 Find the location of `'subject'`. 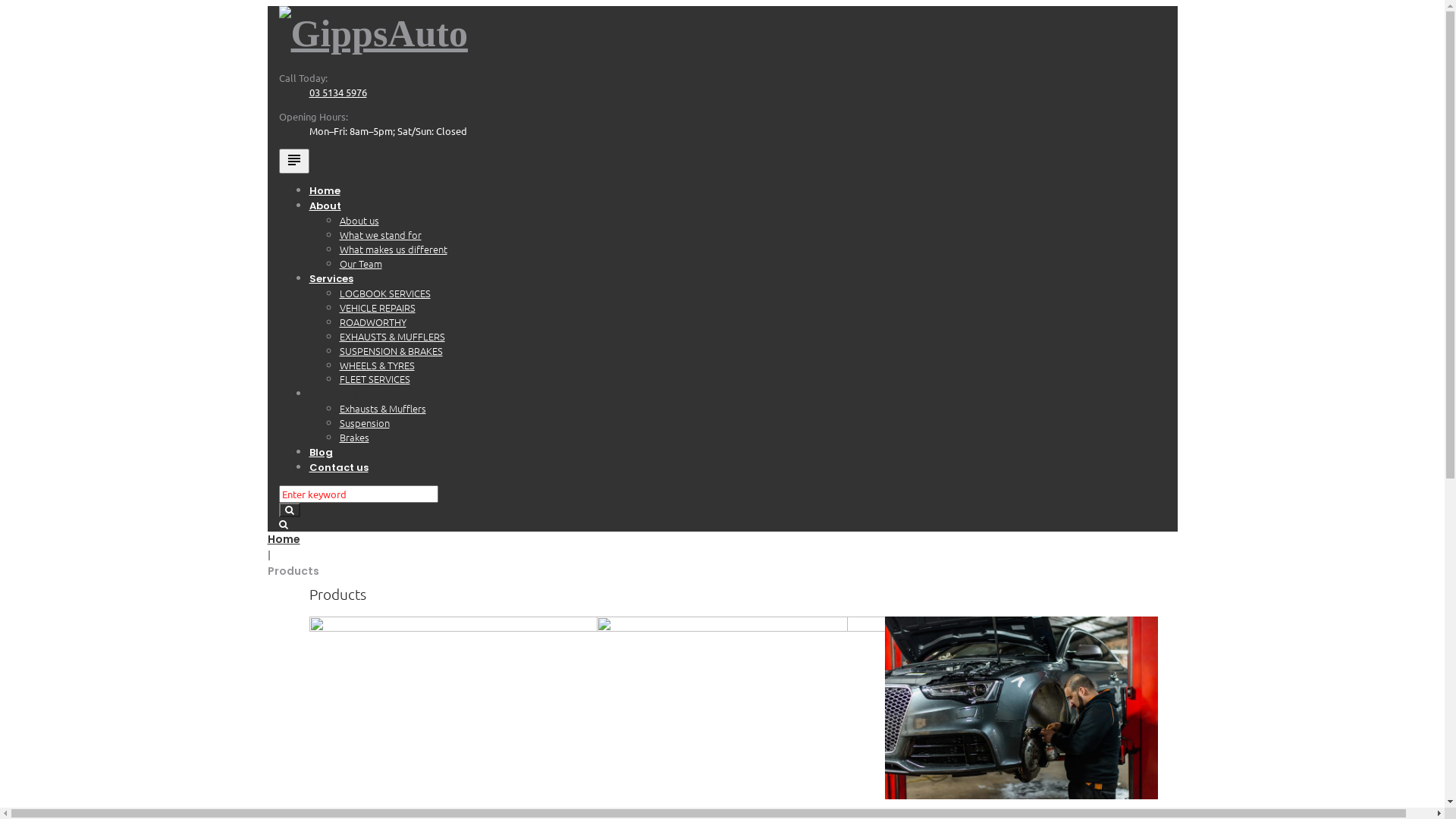

'subject' is located at coordinates (294, 161).